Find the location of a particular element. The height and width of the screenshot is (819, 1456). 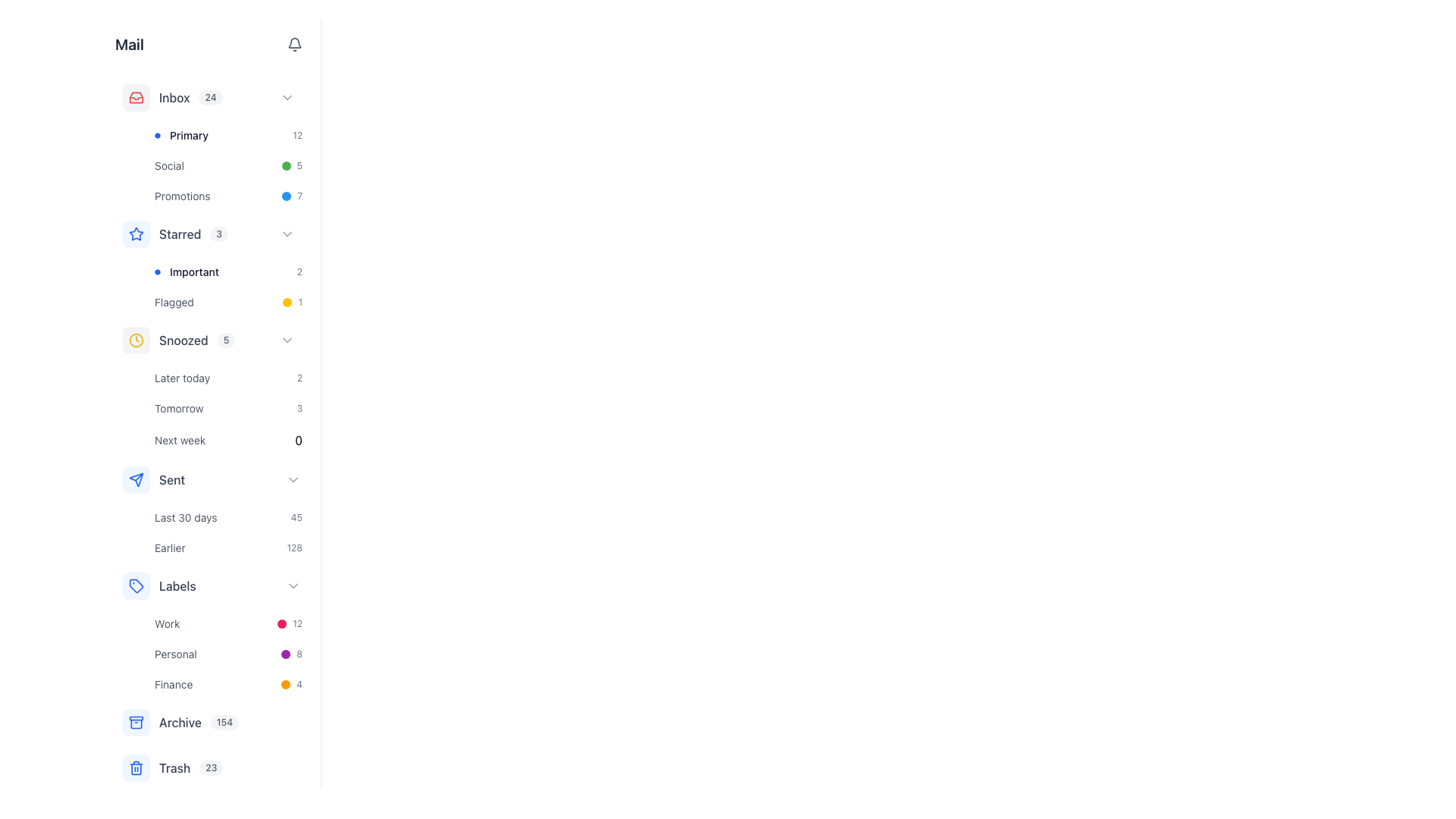

the 'Promotions' button, which is the last item in the 'Inbox' section is located at coordinates (227, 195).